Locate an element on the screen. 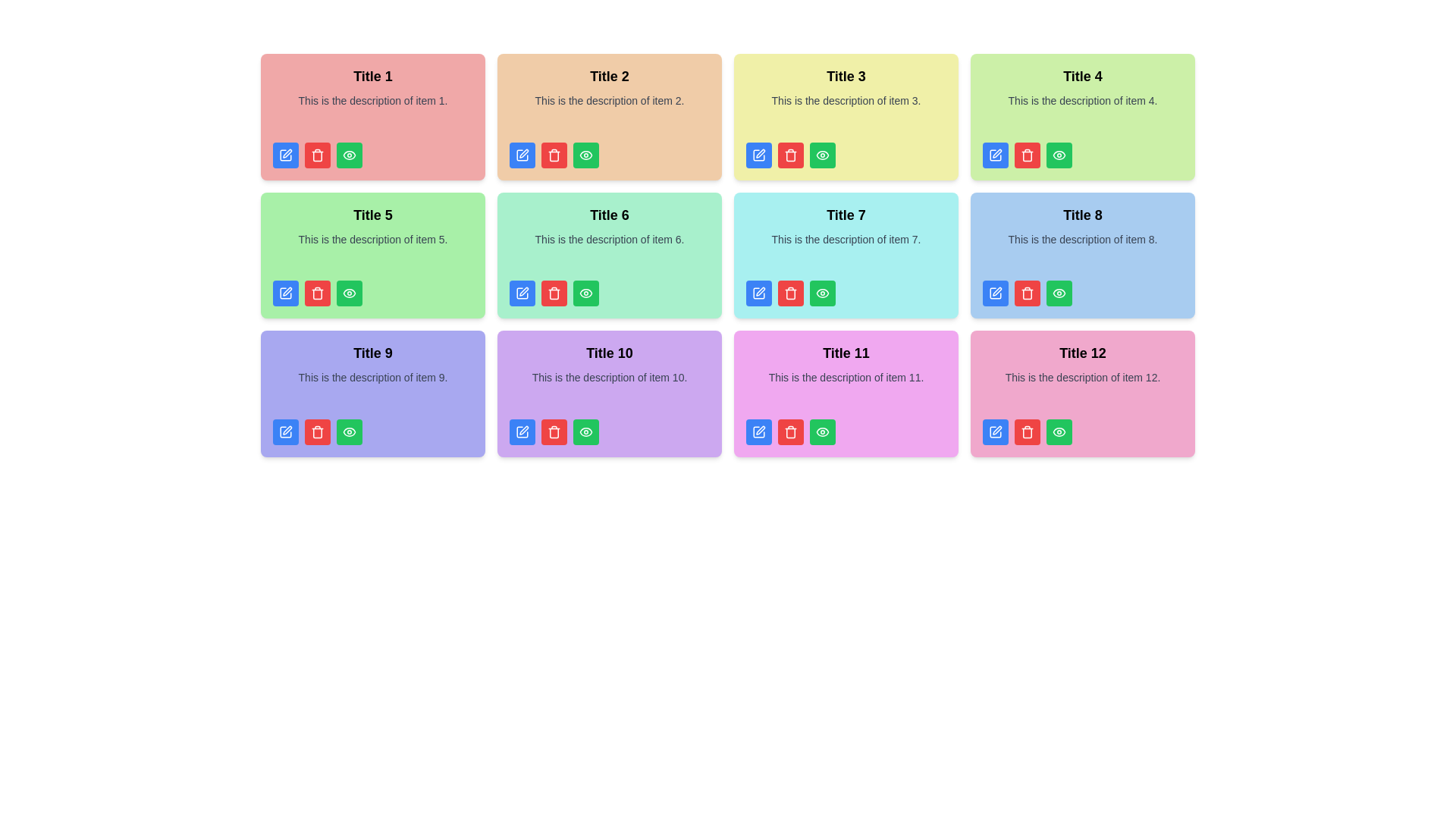 The width and height of the screenshot is (1456, 819). the eye-shaped icon with a green background and white outline located in the rightmost part of the action buttons row beneath the description text is located at coordinates (348, 293).